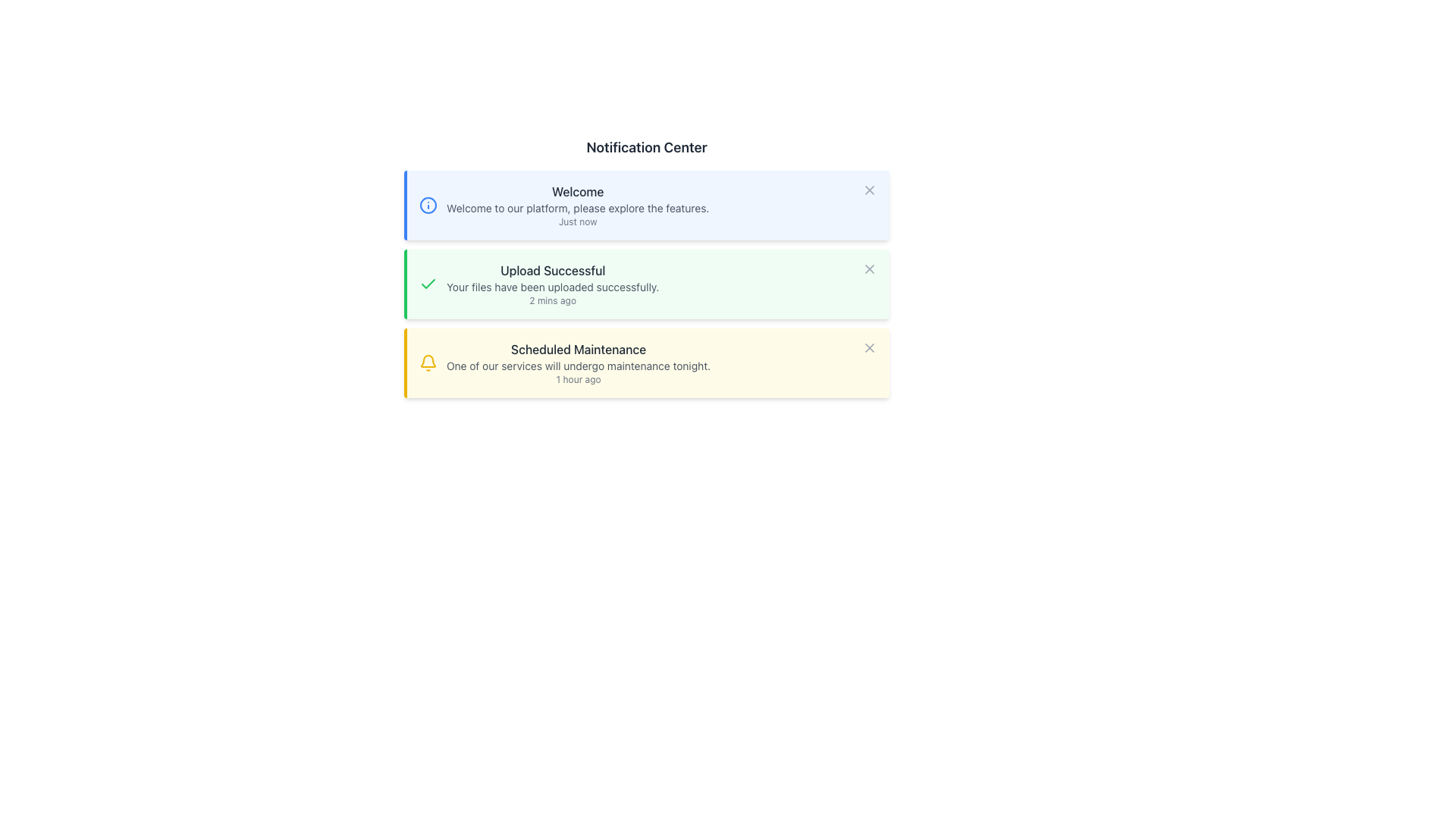  I want to click on the notification card that provides a welcoming message to the user, located at the top of the notification list under 'Notification Center', so click(577, 205).